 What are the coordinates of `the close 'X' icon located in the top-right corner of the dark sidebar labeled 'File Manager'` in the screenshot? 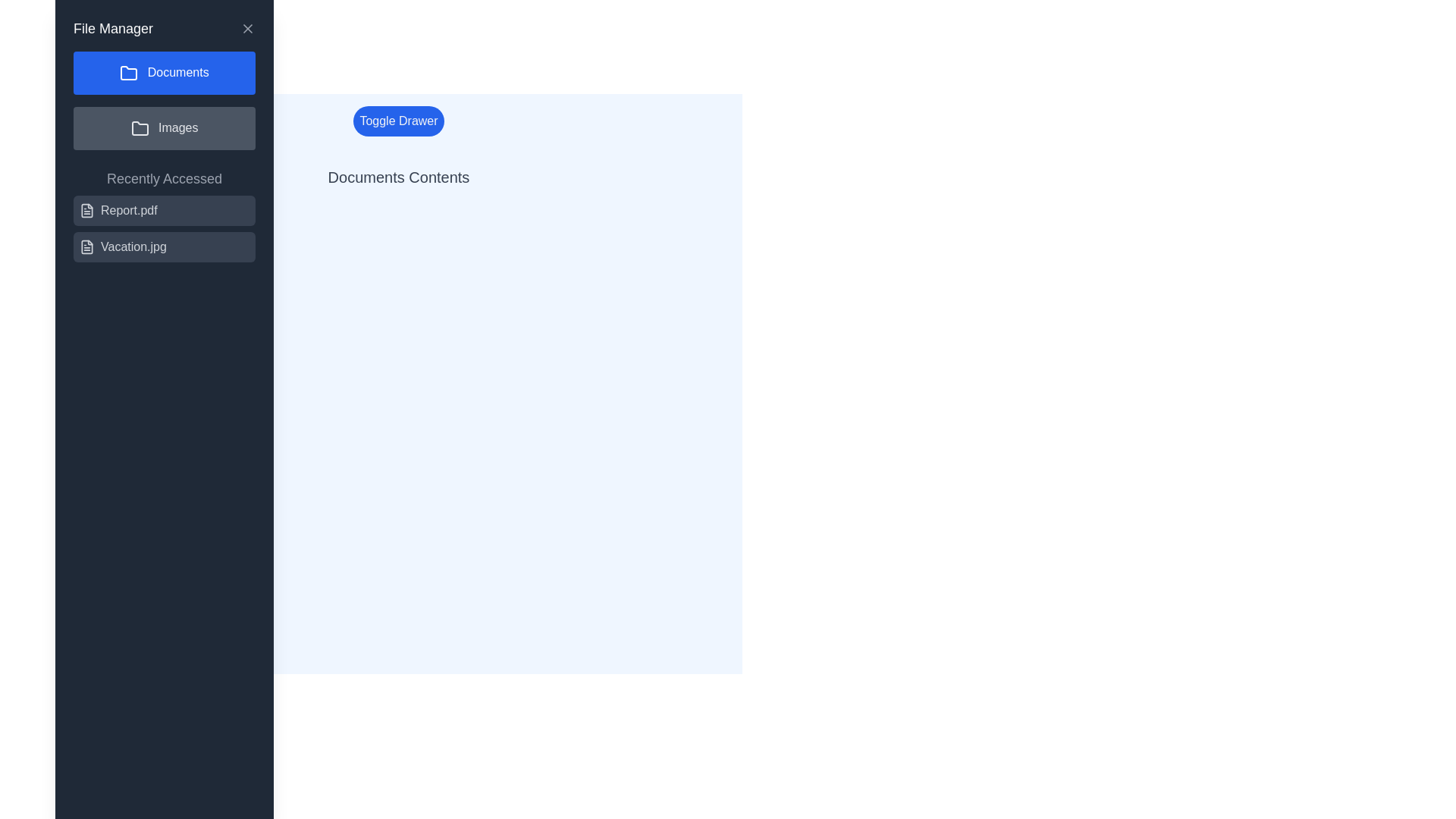 It's located at (247, 29).